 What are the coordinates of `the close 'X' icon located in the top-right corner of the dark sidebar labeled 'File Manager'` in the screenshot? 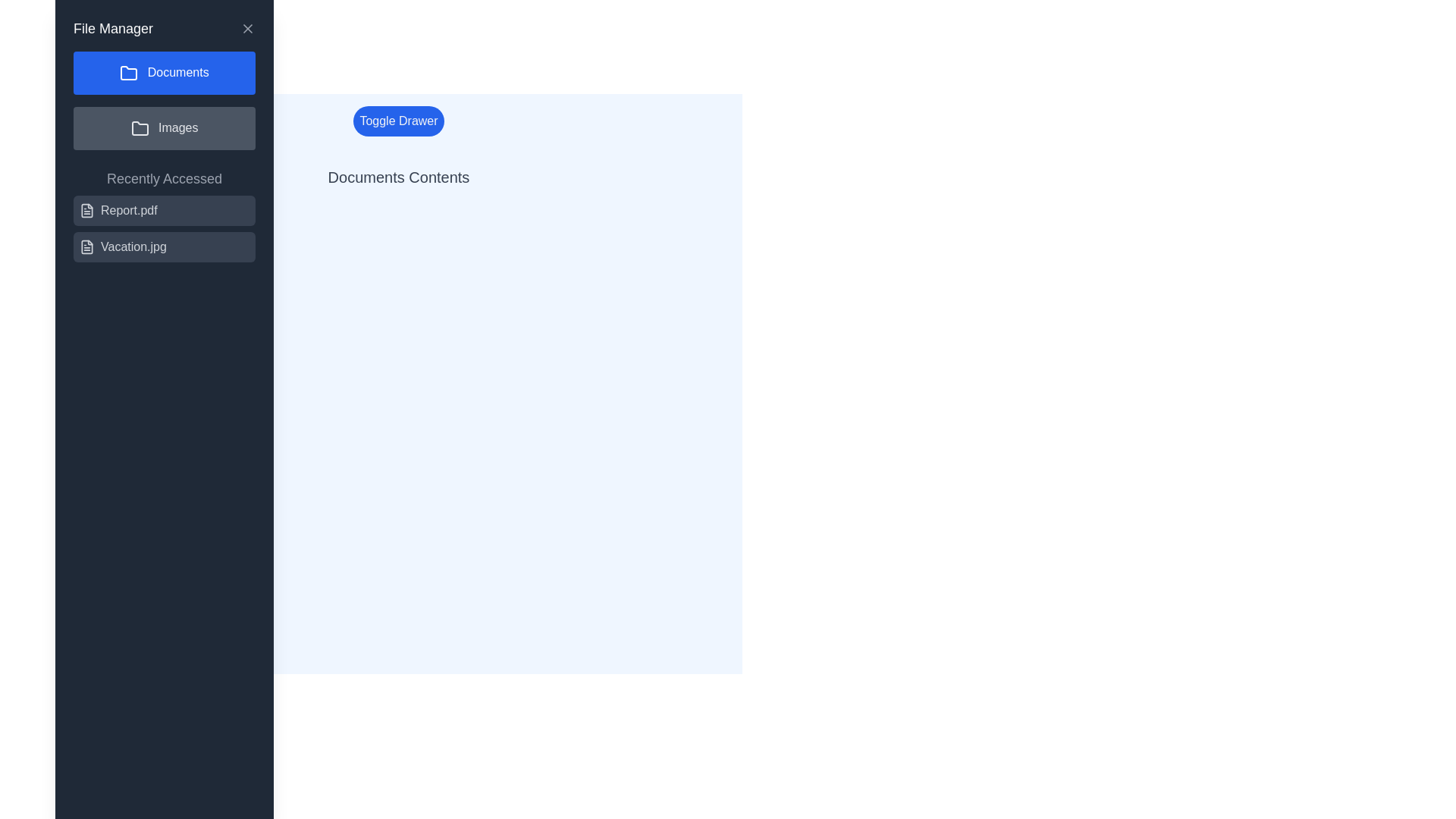 It's located at (247, 29).